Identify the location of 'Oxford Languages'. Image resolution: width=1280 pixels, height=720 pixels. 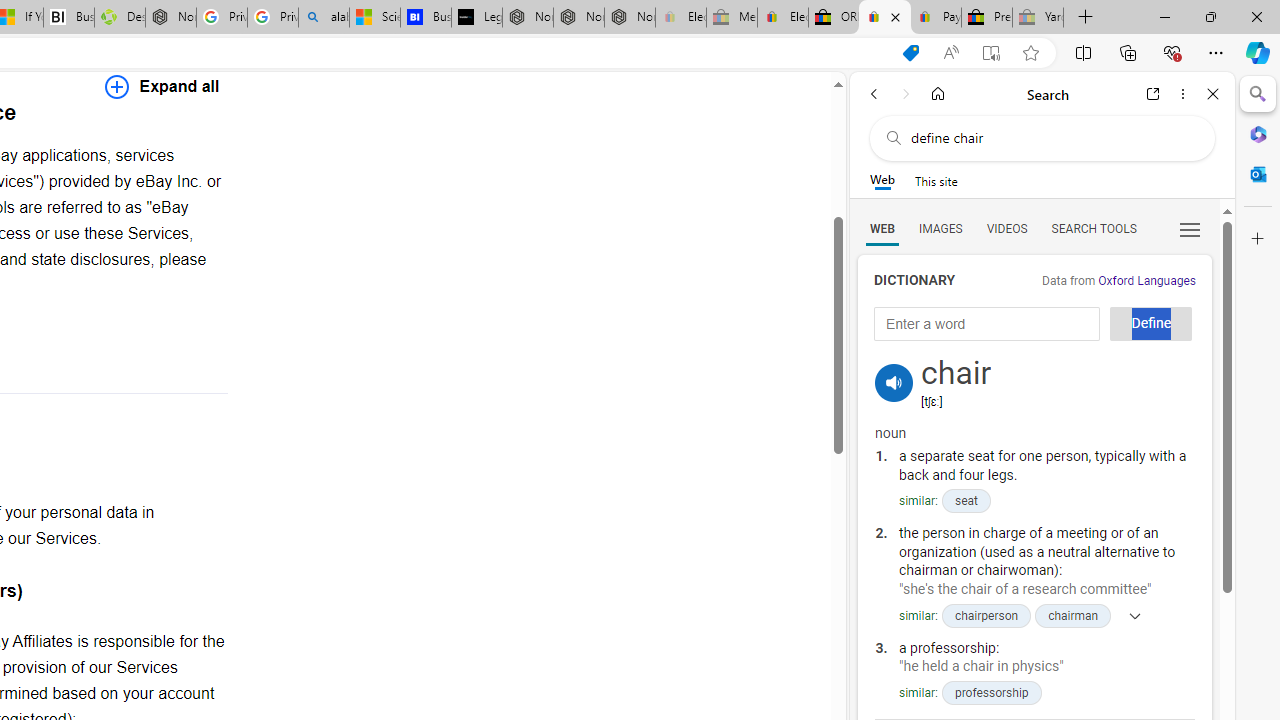
(1146, 281).